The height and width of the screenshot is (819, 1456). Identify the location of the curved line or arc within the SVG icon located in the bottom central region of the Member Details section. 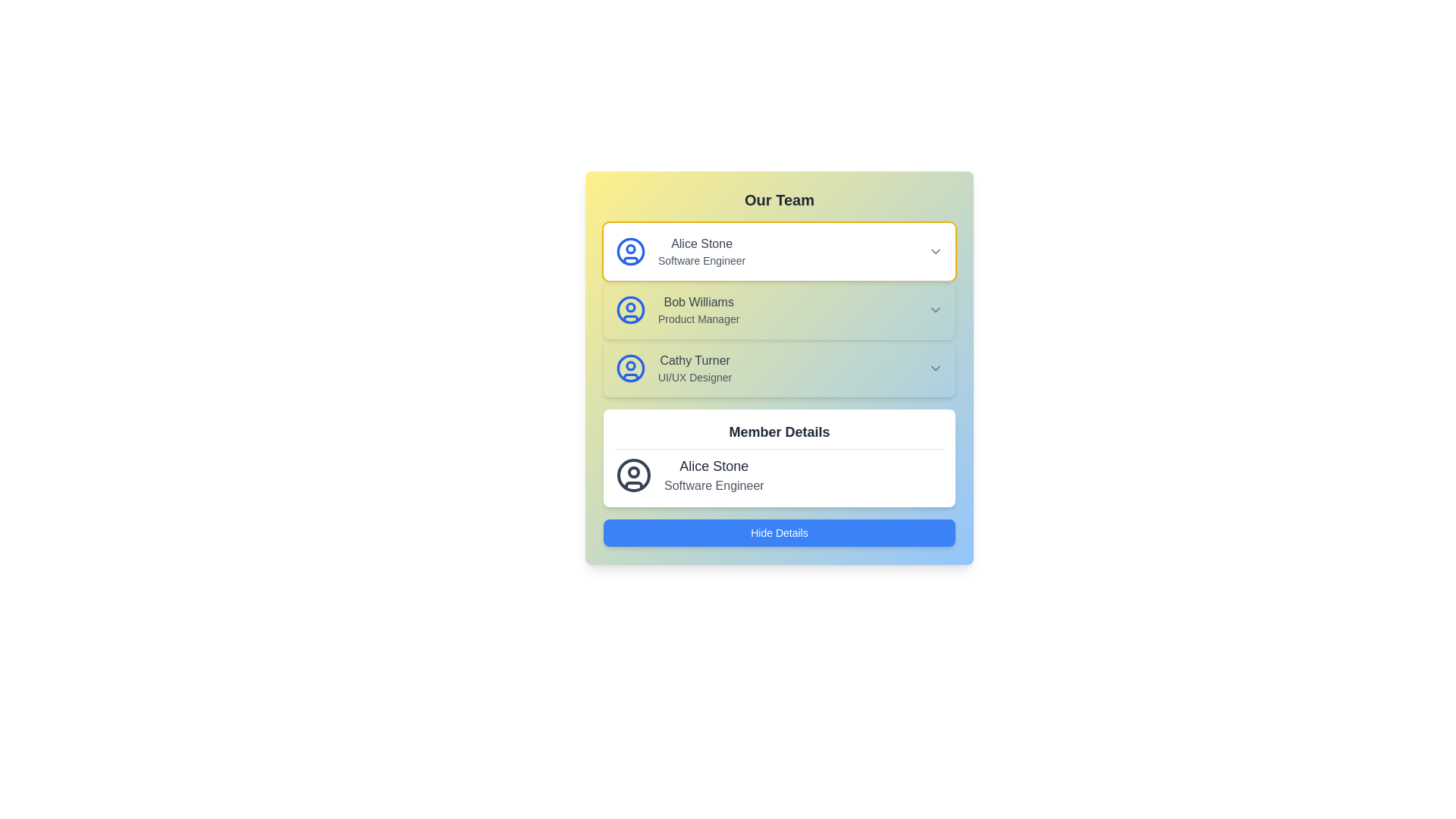
(633, 485).